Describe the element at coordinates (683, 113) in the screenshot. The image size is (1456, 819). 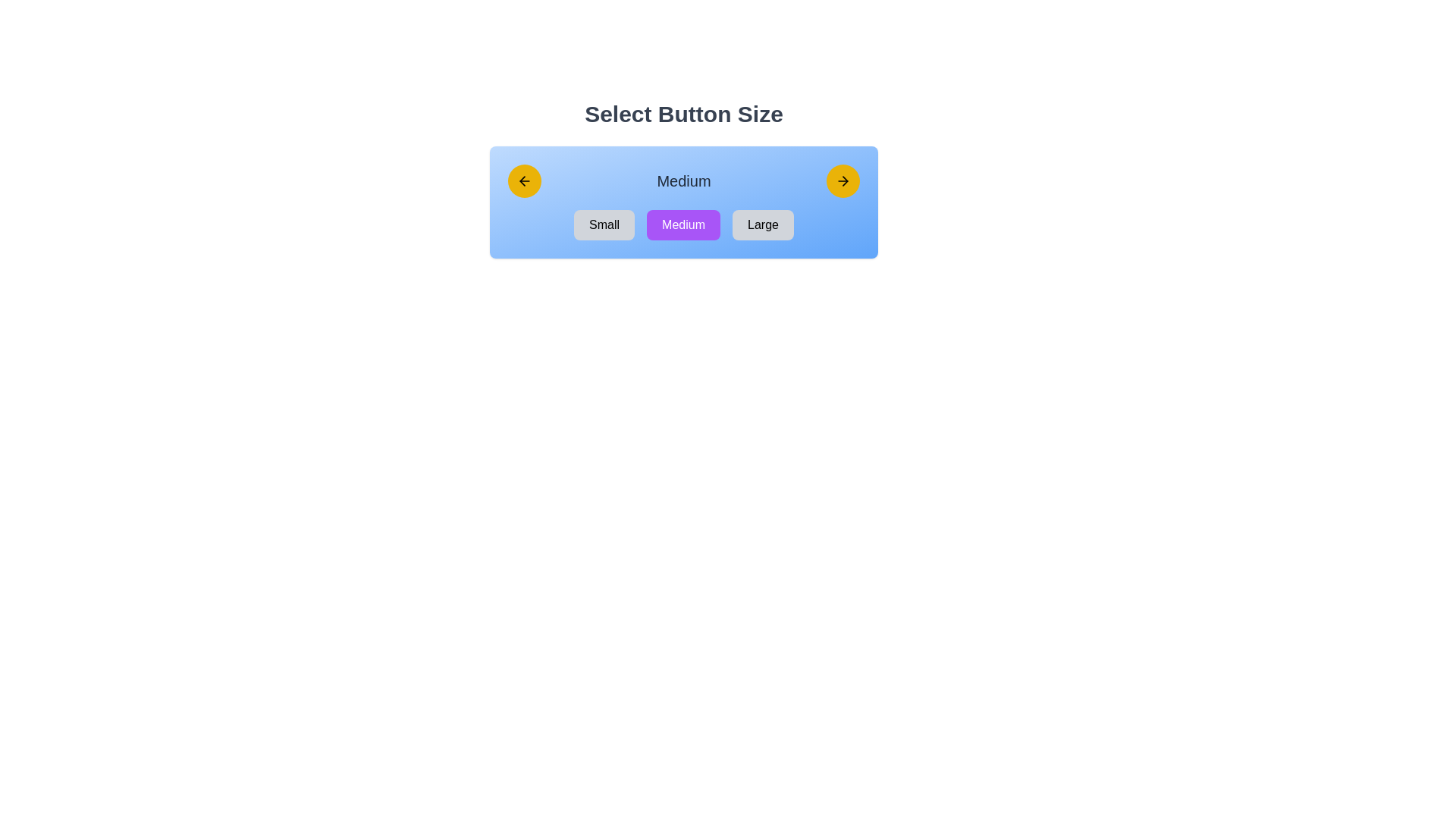
I see `the static text heading that indicates the purpose of the section for selecting button size, which is centrally aligned above a blue gradient box` at that location.